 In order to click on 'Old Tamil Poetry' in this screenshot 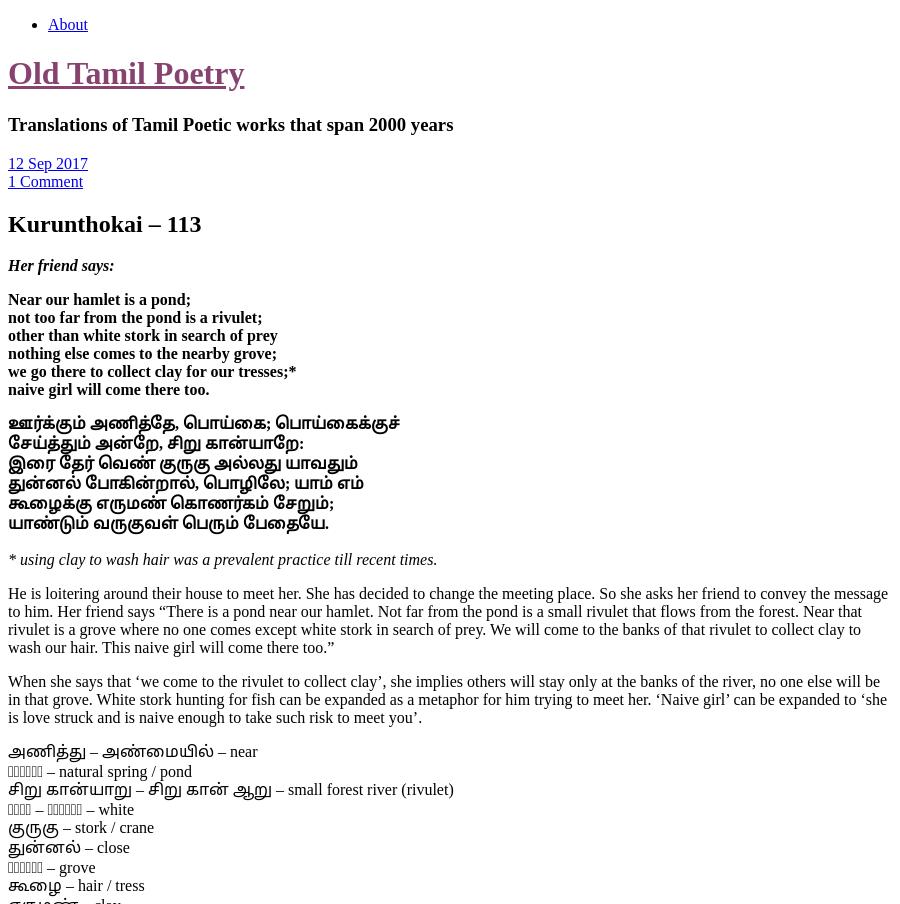, I will do `click(126, 73)`.